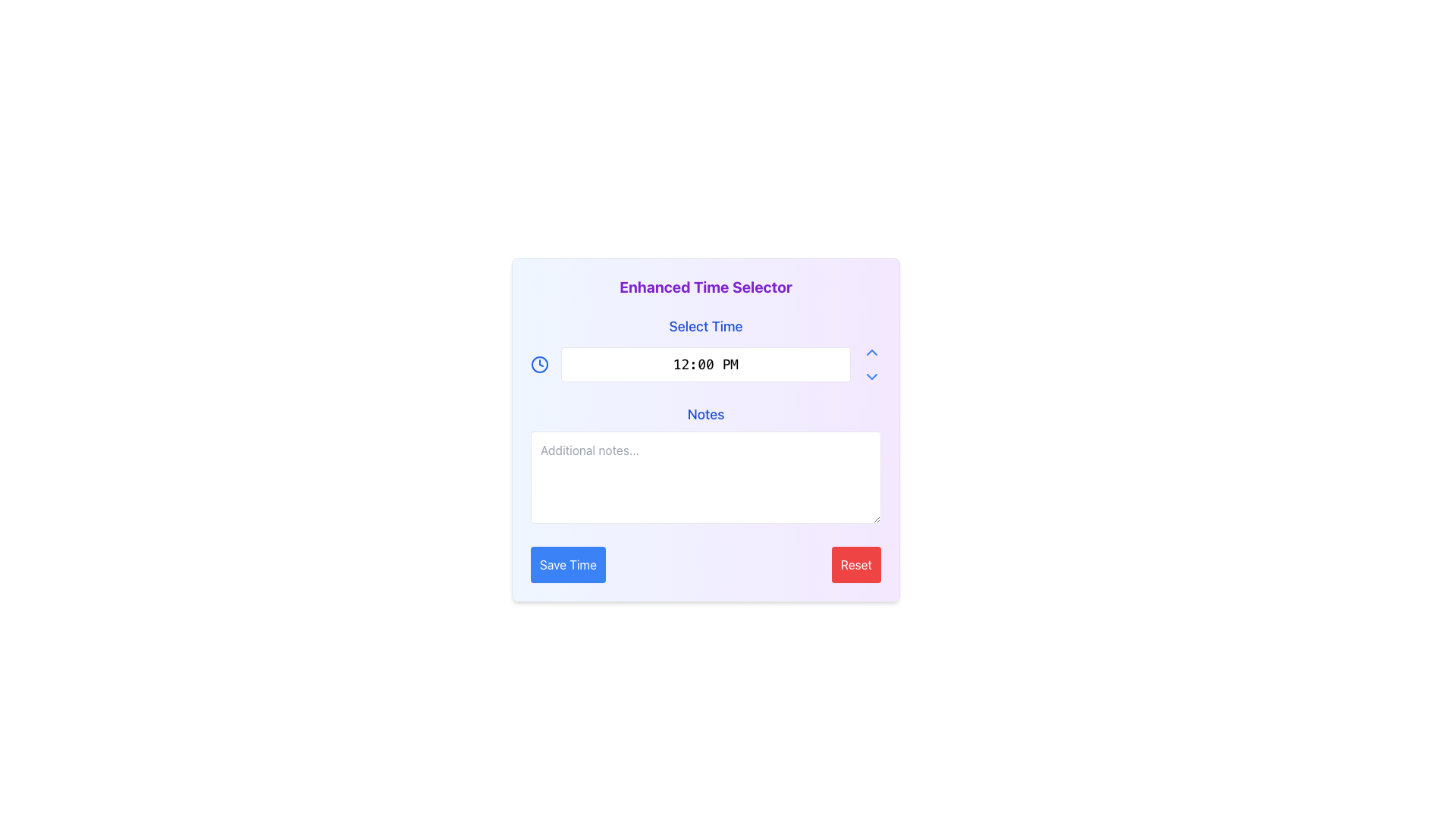  What do you see at coordinates (872, 376) in the screenshot?
I see `the downward-pointing chevron symbol (Dropdown toggle indicator icon) in the 'Select Time' section of the form for tooltip or visual feedback` at bounding box center [872, 376].